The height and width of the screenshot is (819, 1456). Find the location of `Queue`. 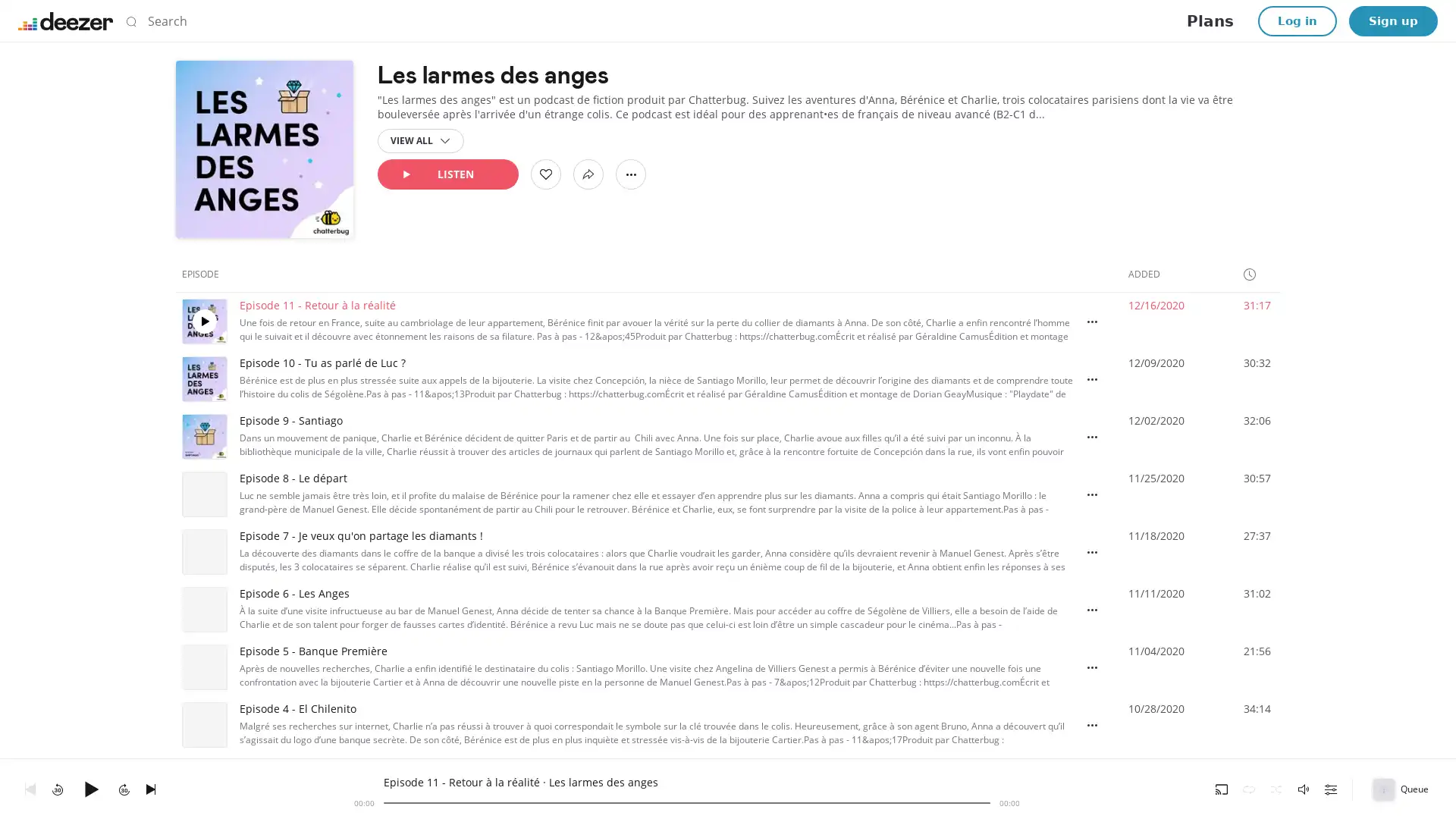

Queue is located at coordinates (1401, 788).